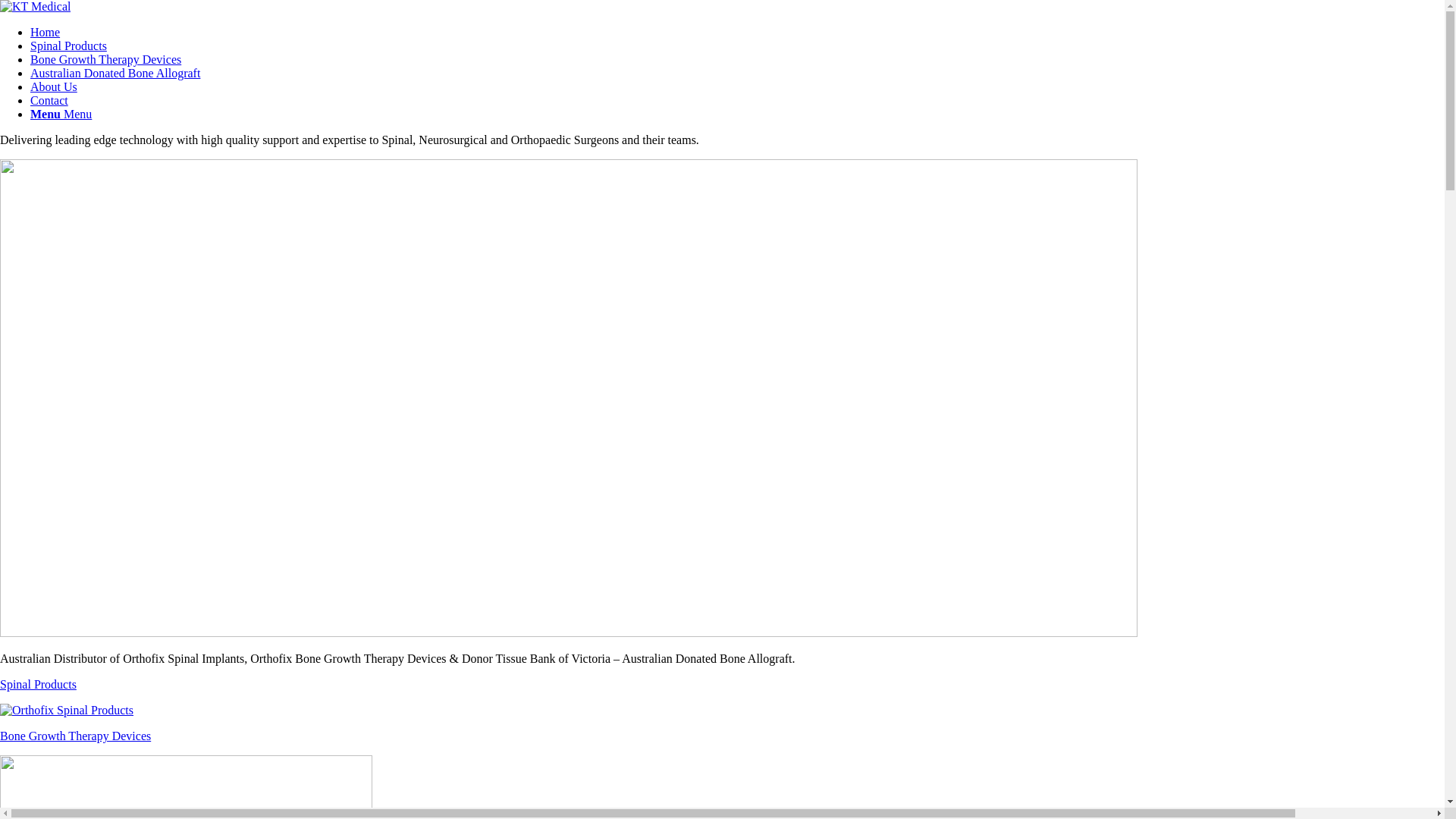 The height and width of the screenshot is (819, 1456). What do you see at coordinates (49, 100) in the screenshot?
I see `'Contact'` at bounding box center [49, 100].